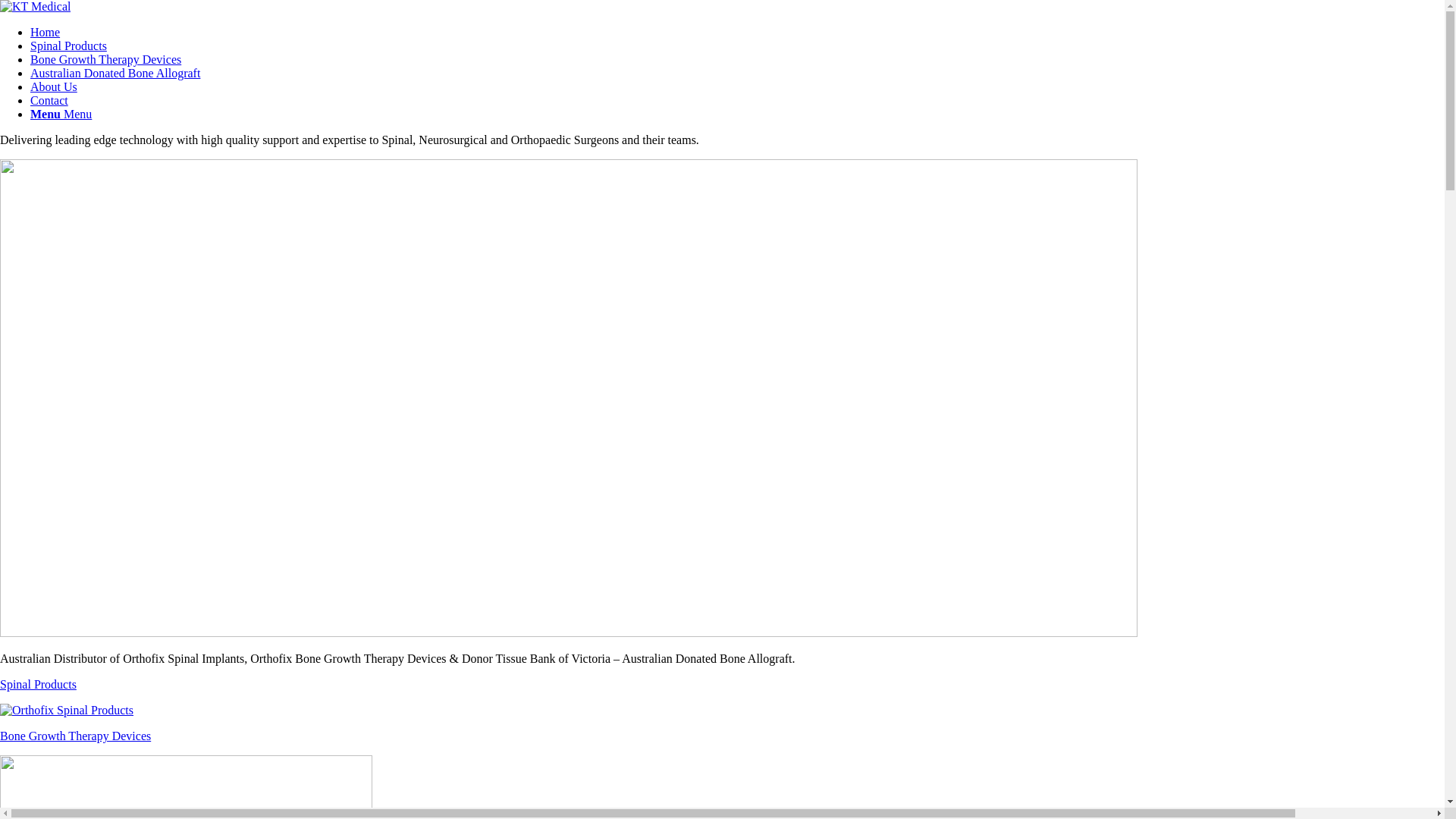 The height and width of the screenshot is (819, 1456). What do you see at coordinates (49, 100) in the screenshot?
I see `'Contact'` at bounding box center [49, 100].